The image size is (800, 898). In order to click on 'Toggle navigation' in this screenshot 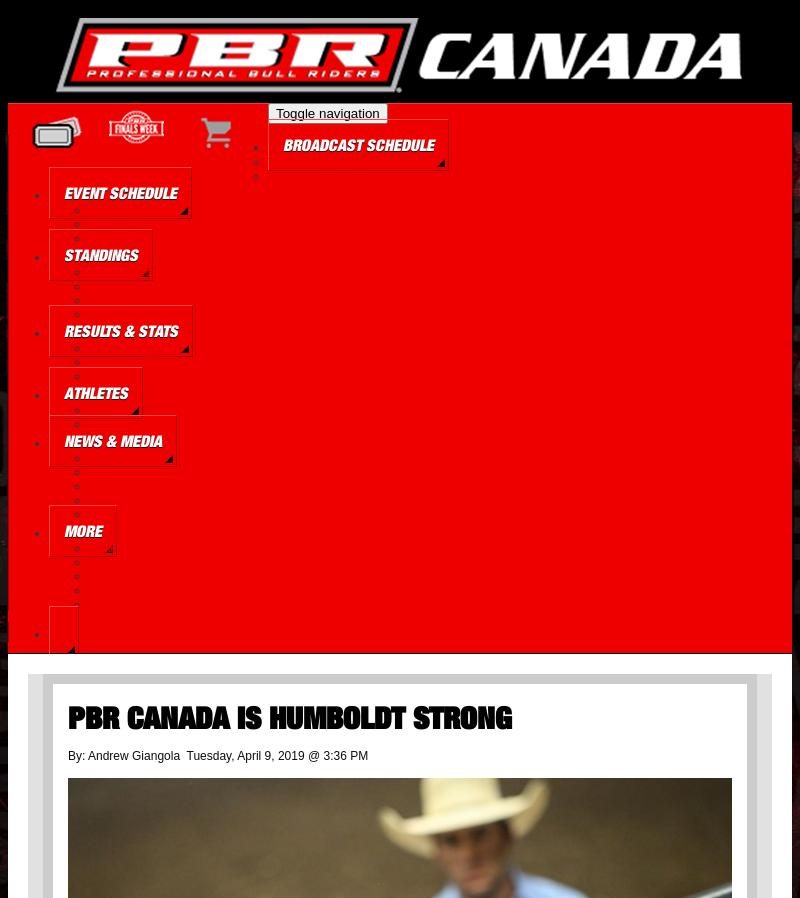, I will do `click(326, 112)`.